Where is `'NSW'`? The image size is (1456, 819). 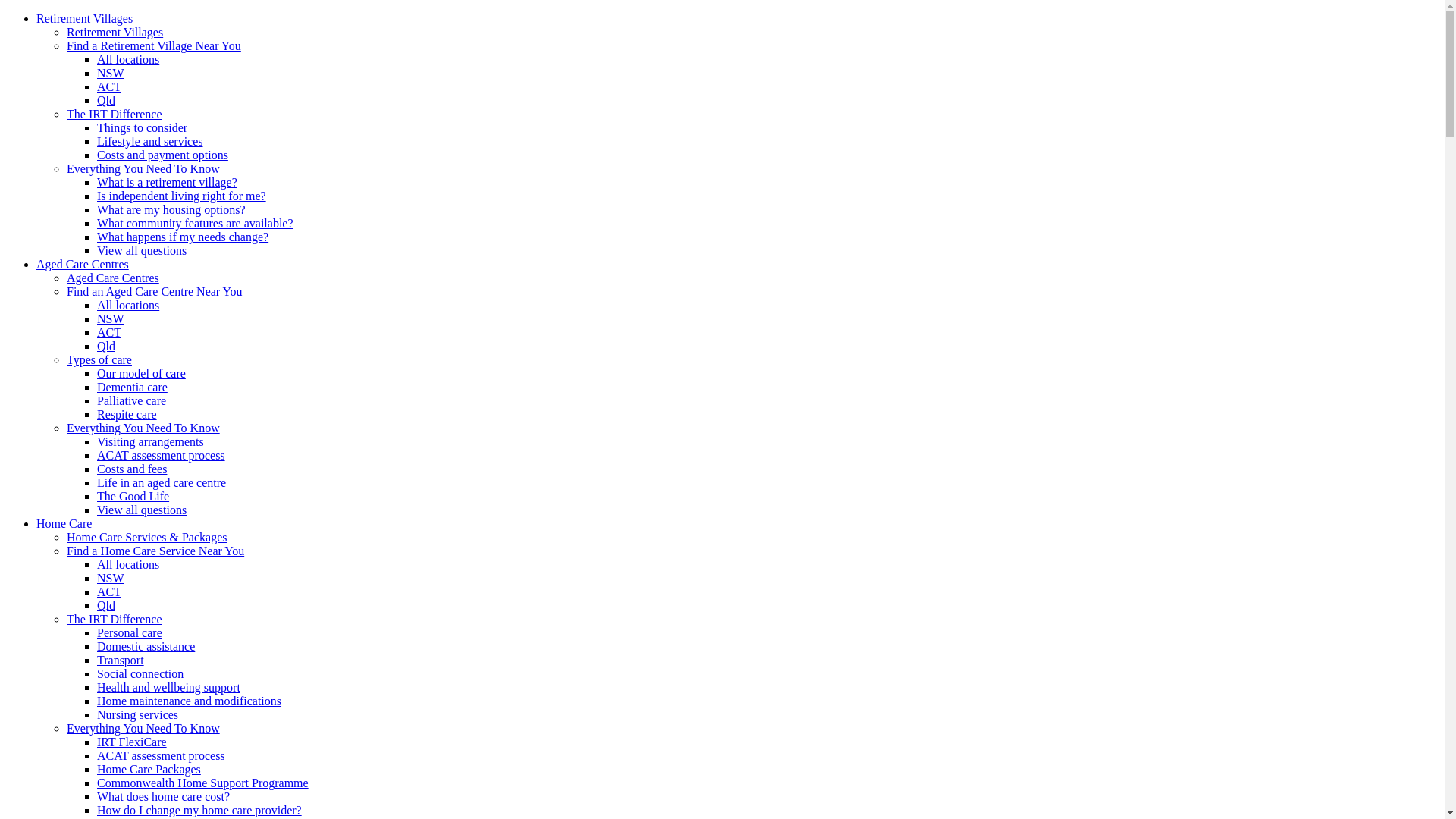 'NSW' is located at coordinates (109, 578).